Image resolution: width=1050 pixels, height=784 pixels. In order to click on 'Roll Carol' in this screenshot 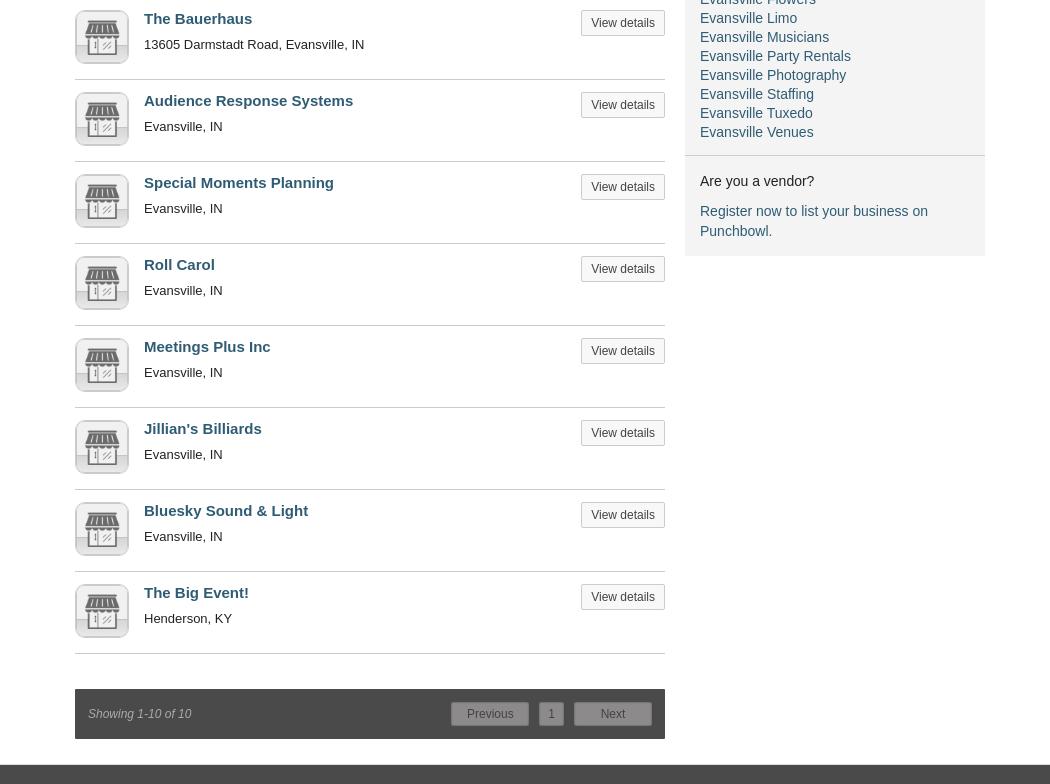, I will do `click(179, 264)`.